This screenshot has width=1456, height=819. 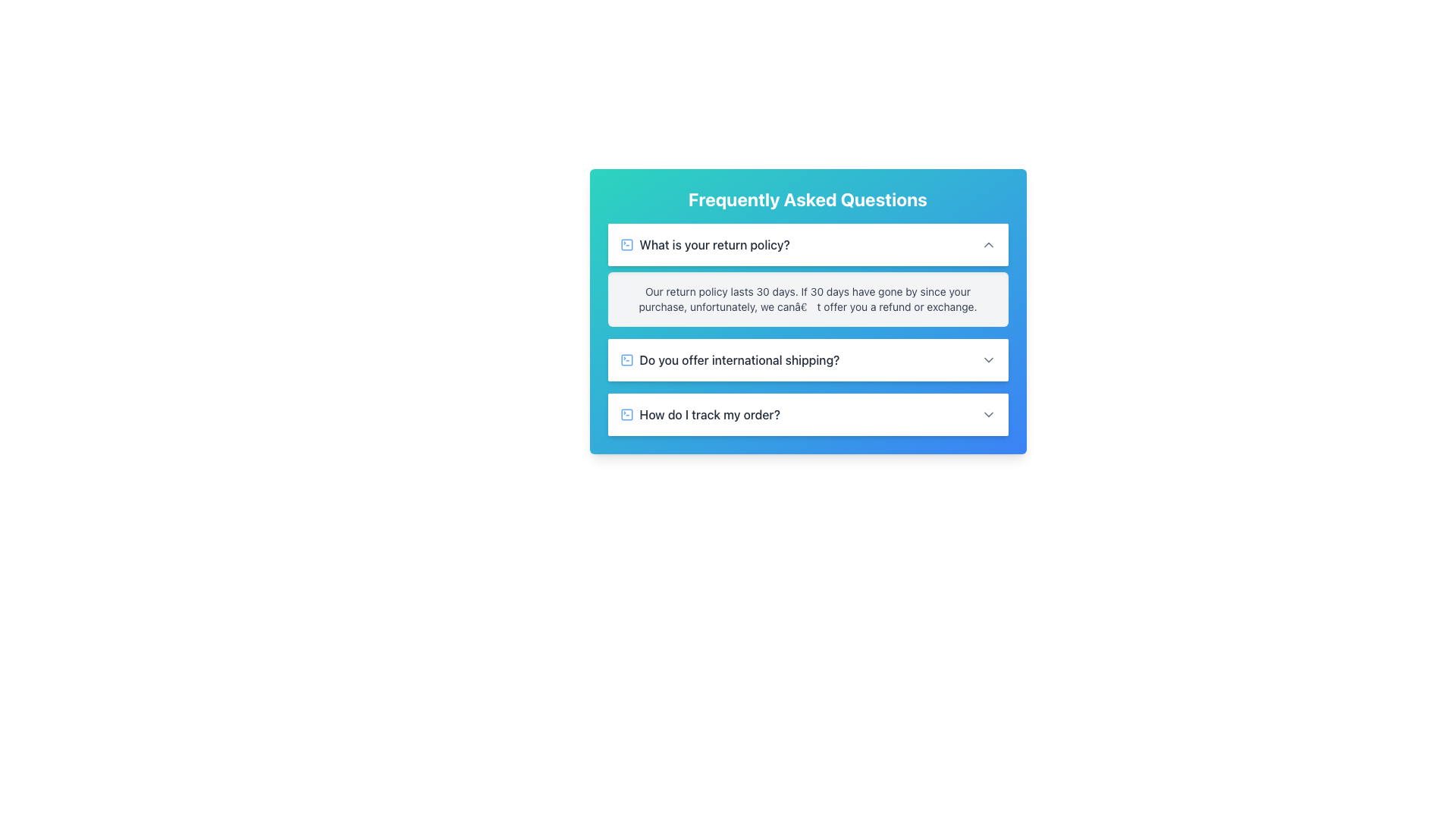 What do you see at coordinates (807, 275) in the screenshot?
I see `the first collapsible section under the 'Frequently Asked Questions' heading` at bounding box center [807, 275].